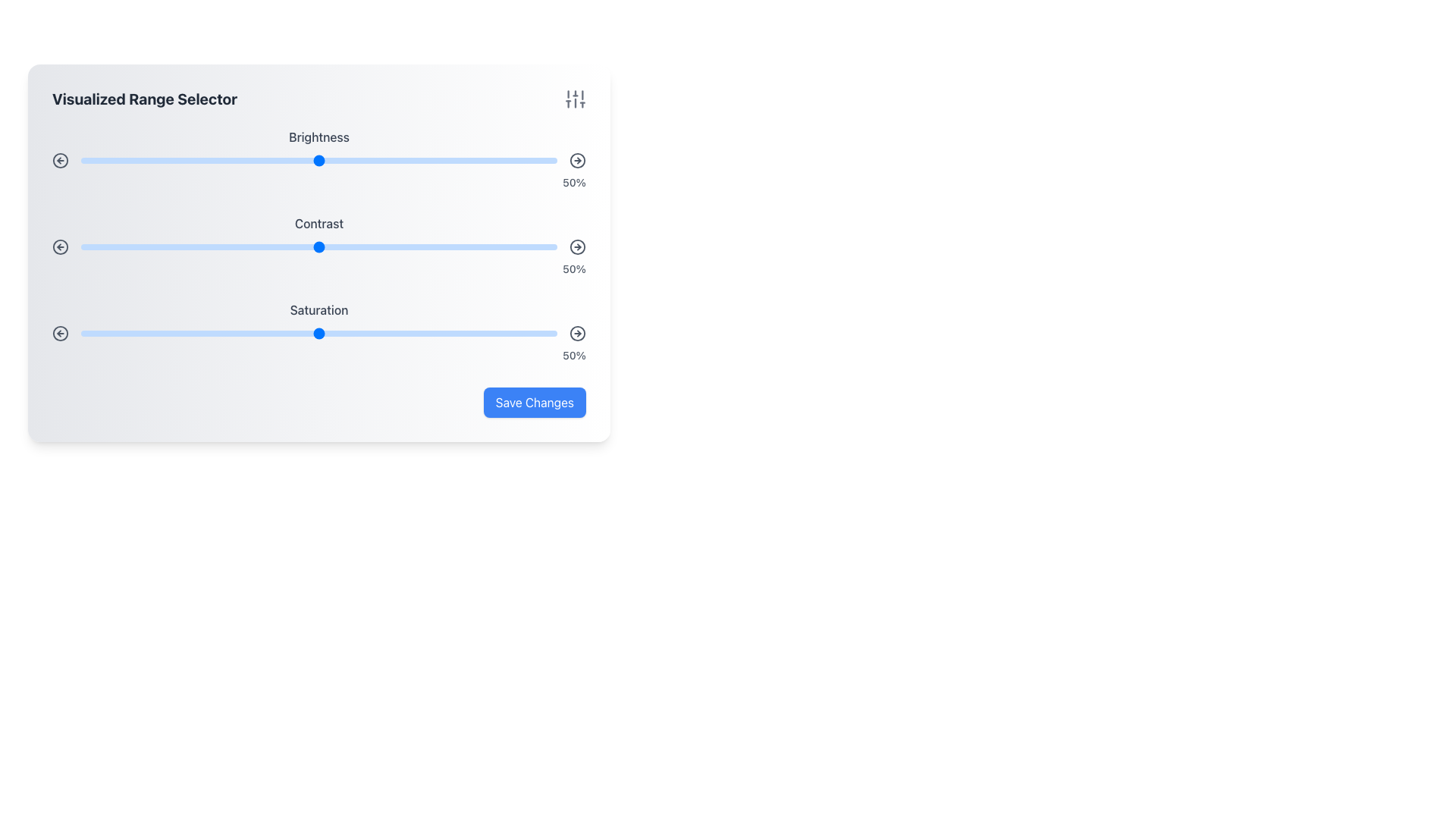  What do you see at coordinates (409, 246) in the screenshot?
I see `the value of the contrast slider` at bounding box center [409, 246].